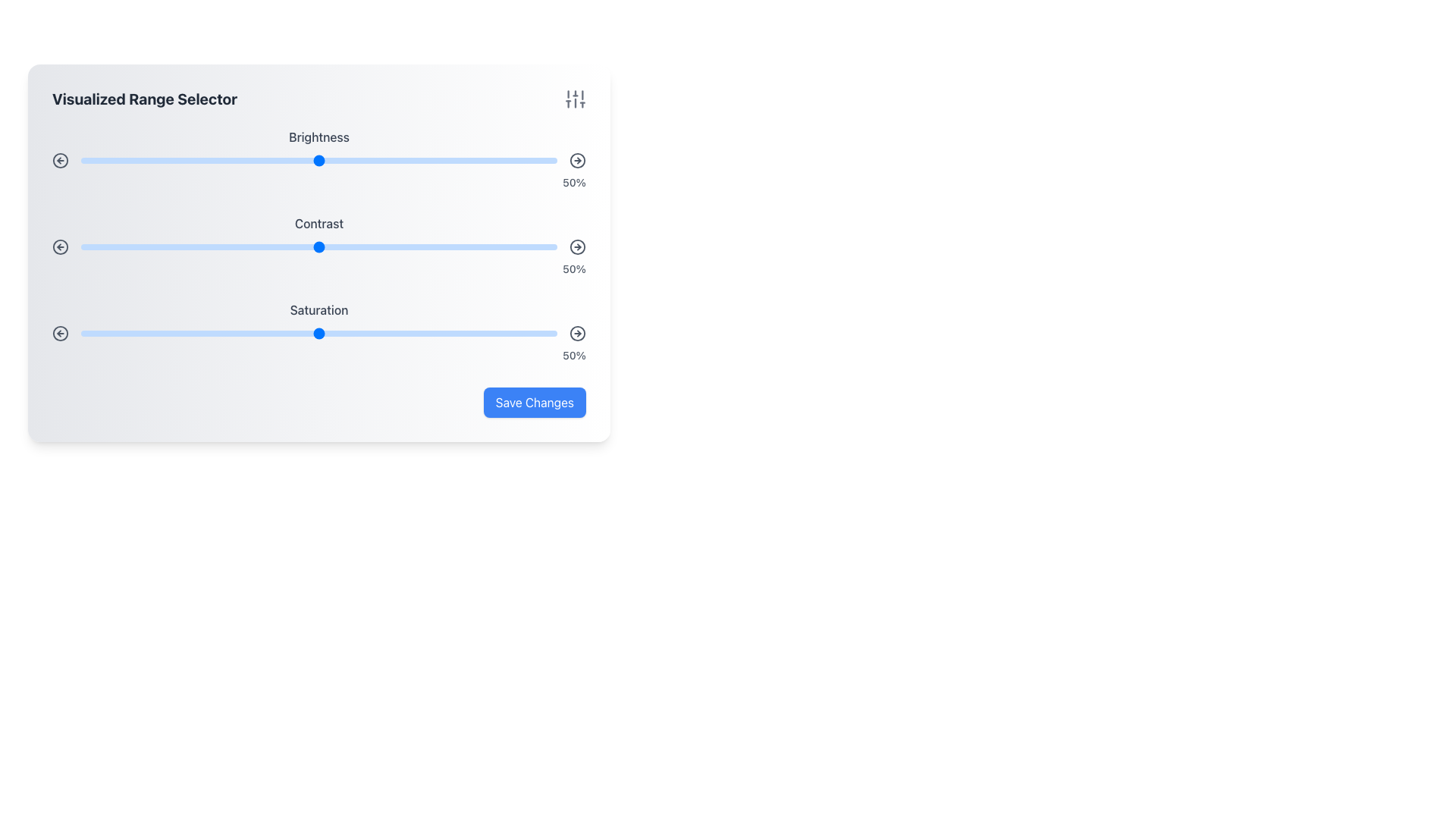  What do you see at coordinates (409, 246) in the screenshot?
I see `the value of the contrast slider` at bounding box center [409, 246].